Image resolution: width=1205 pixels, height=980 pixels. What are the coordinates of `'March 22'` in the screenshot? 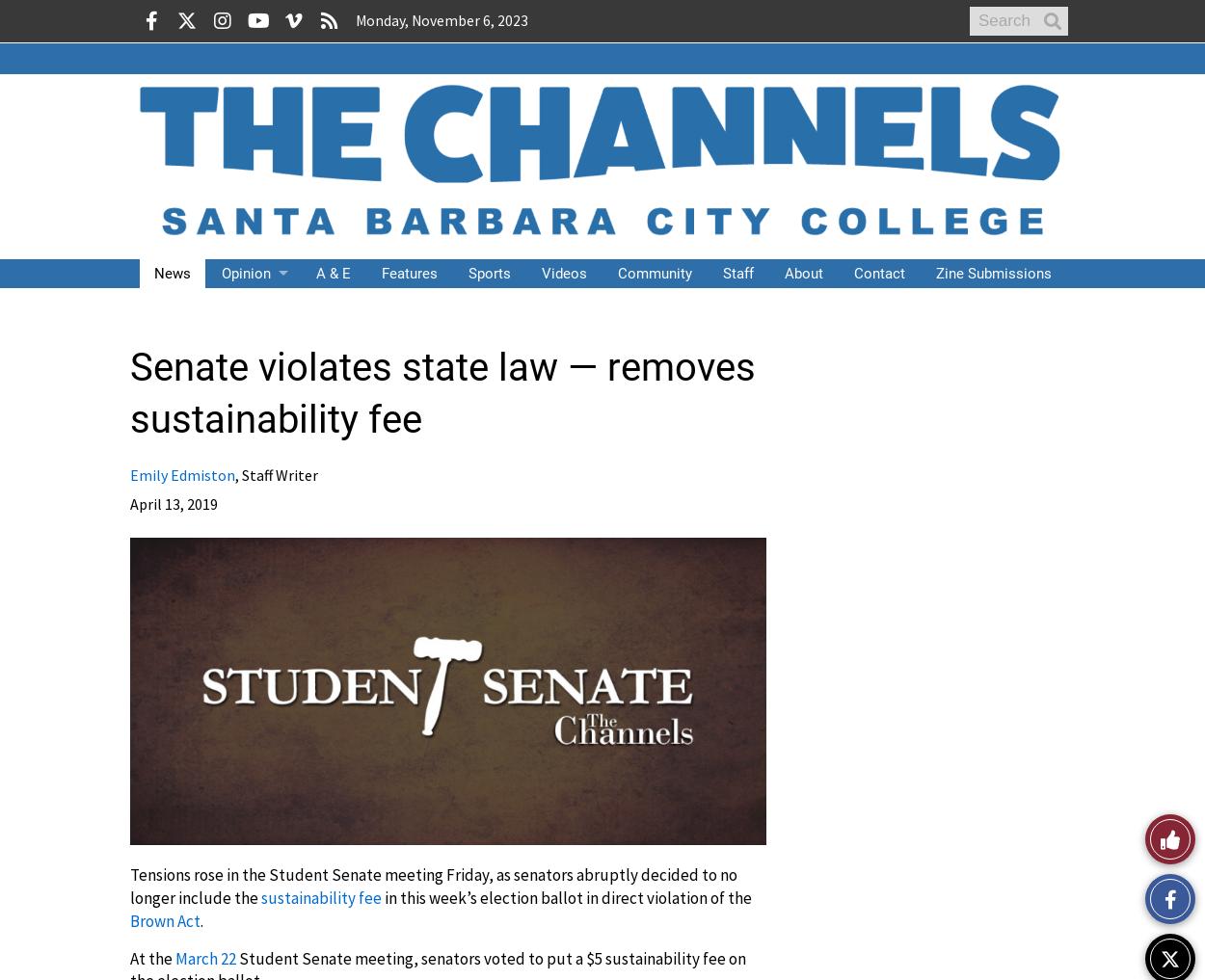 It's located at (204, 958).